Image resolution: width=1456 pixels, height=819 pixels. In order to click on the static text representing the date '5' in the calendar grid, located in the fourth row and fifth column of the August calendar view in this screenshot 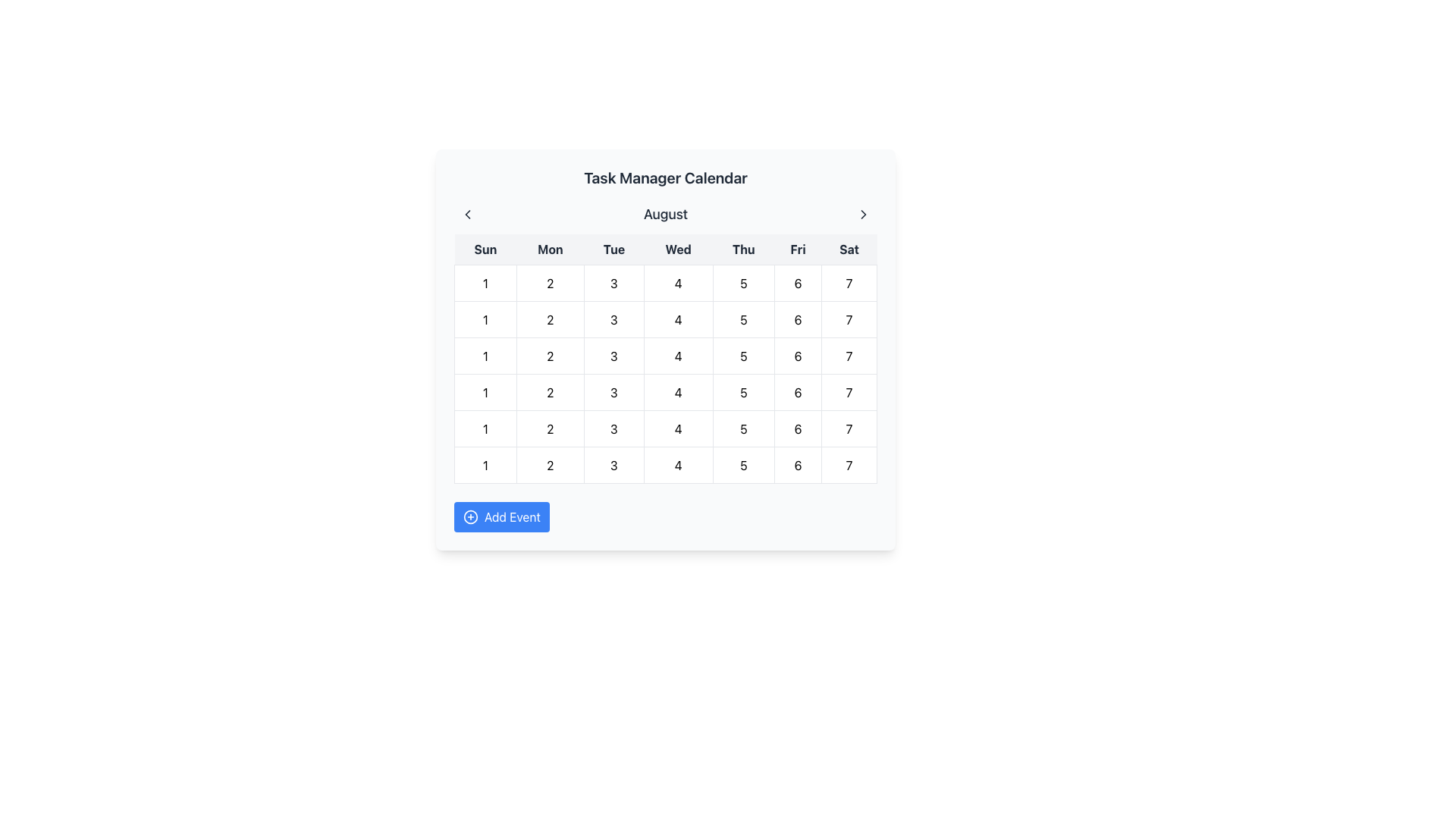, I will do `click(743, 428)`.